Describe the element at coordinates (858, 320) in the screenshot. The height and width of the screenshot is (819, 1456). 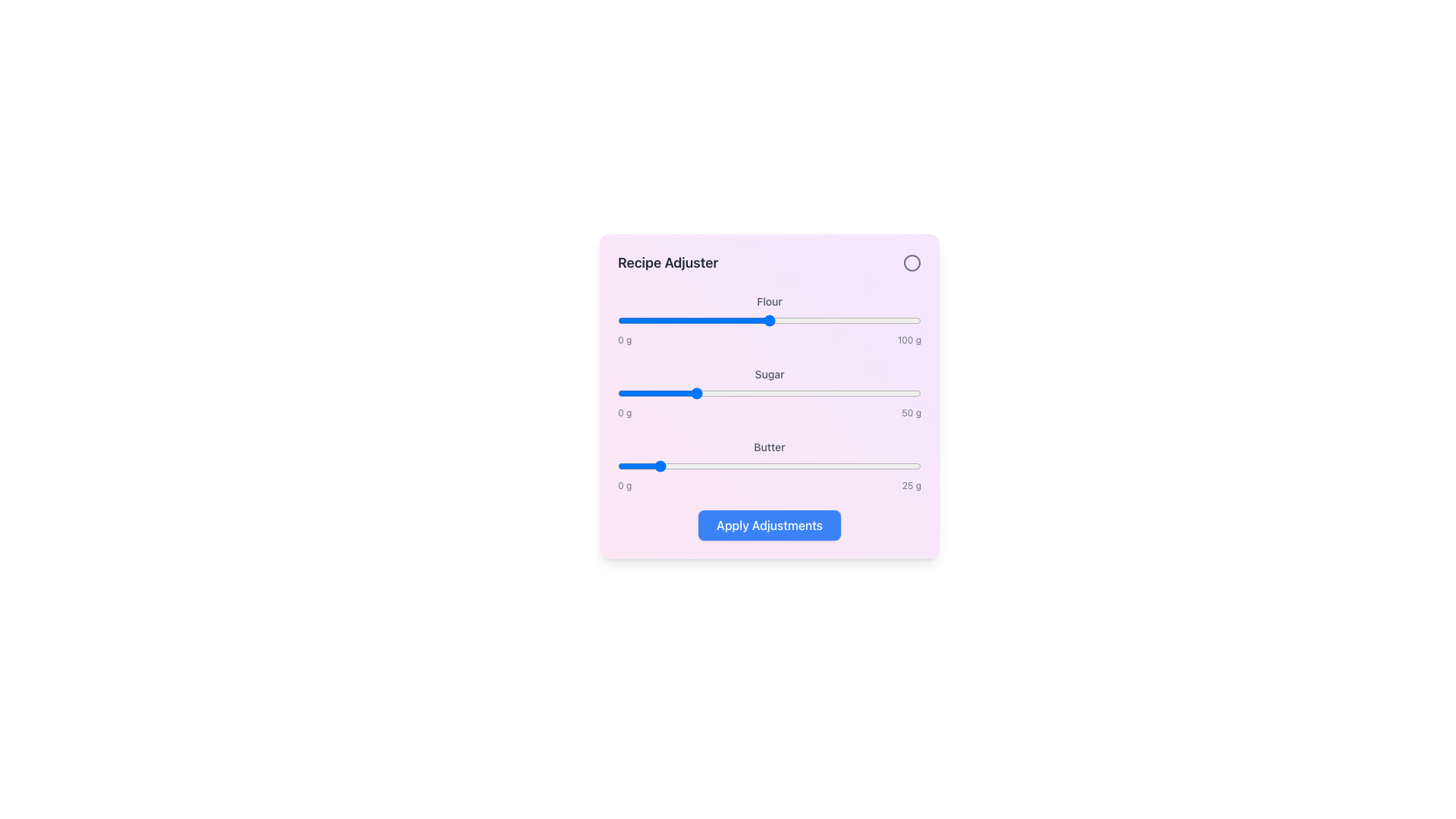
I see `the flour amount` at that location.